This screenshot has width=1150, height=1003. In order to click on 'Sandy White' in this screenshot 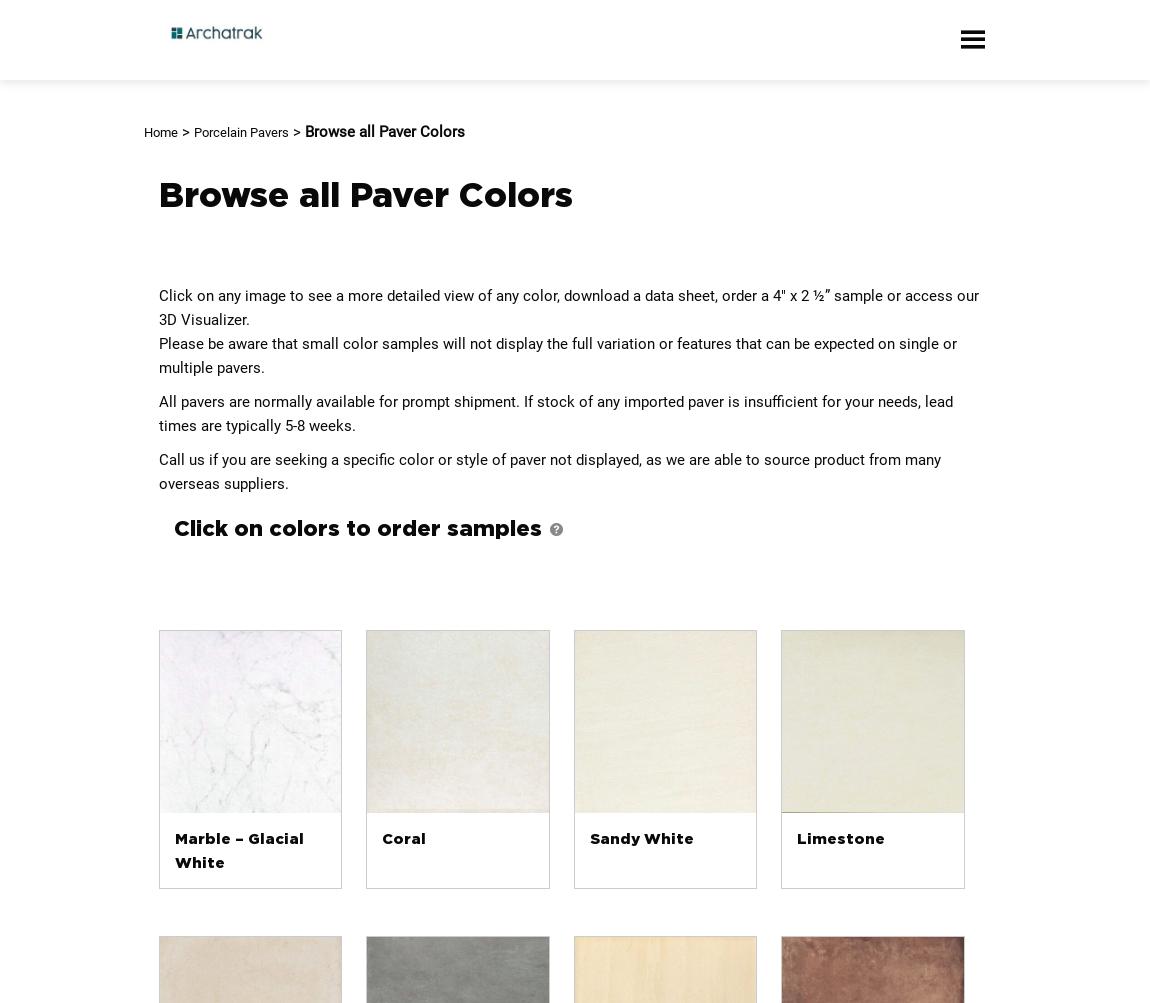, I will do `click(640, 838)`.